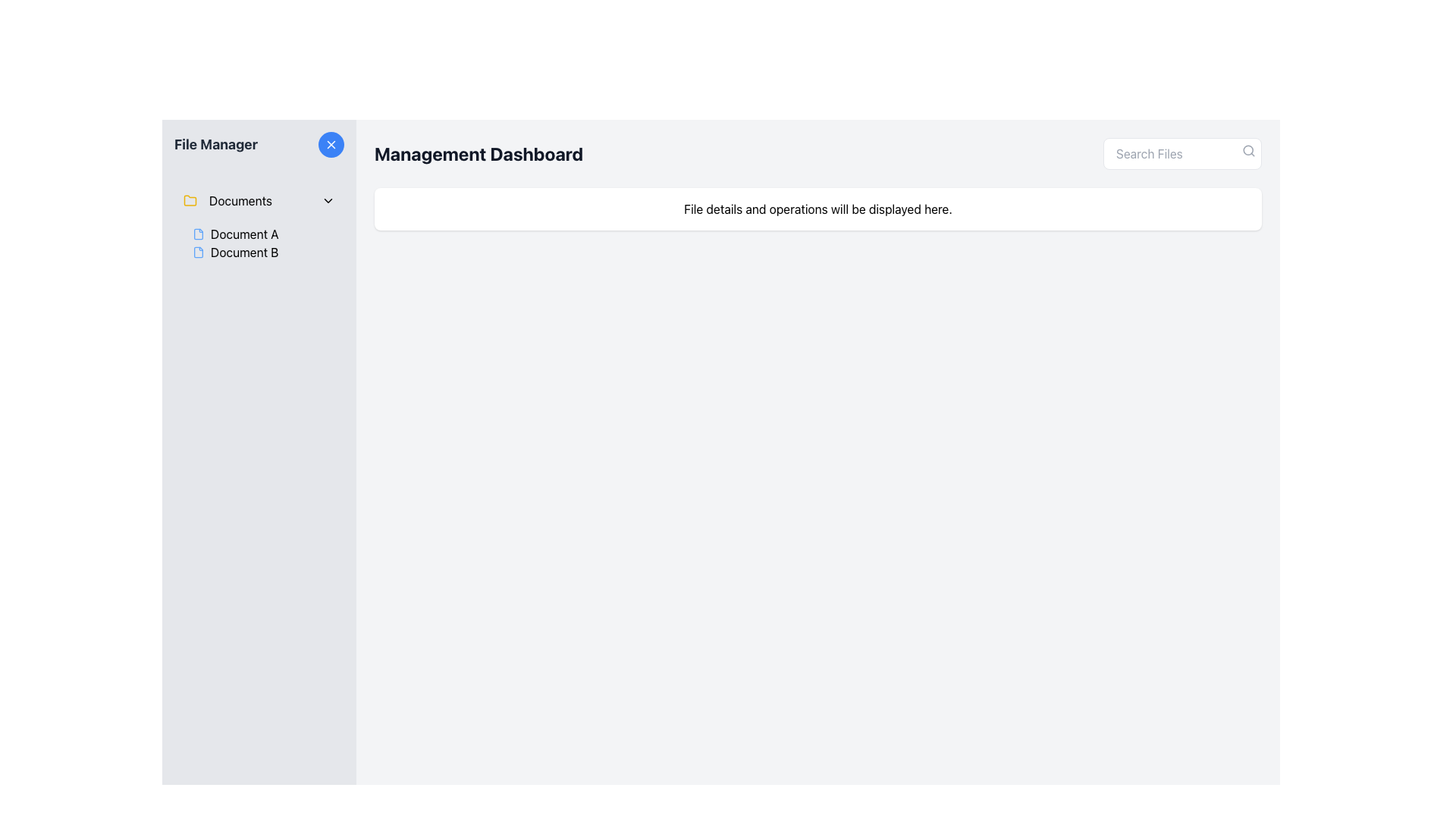  Describe the element at coordinates (259, 200) in the screenshot. I see `the Collapsible List Header labeled 'Documents' in the File Manager section to indicate interactivity` at that location.